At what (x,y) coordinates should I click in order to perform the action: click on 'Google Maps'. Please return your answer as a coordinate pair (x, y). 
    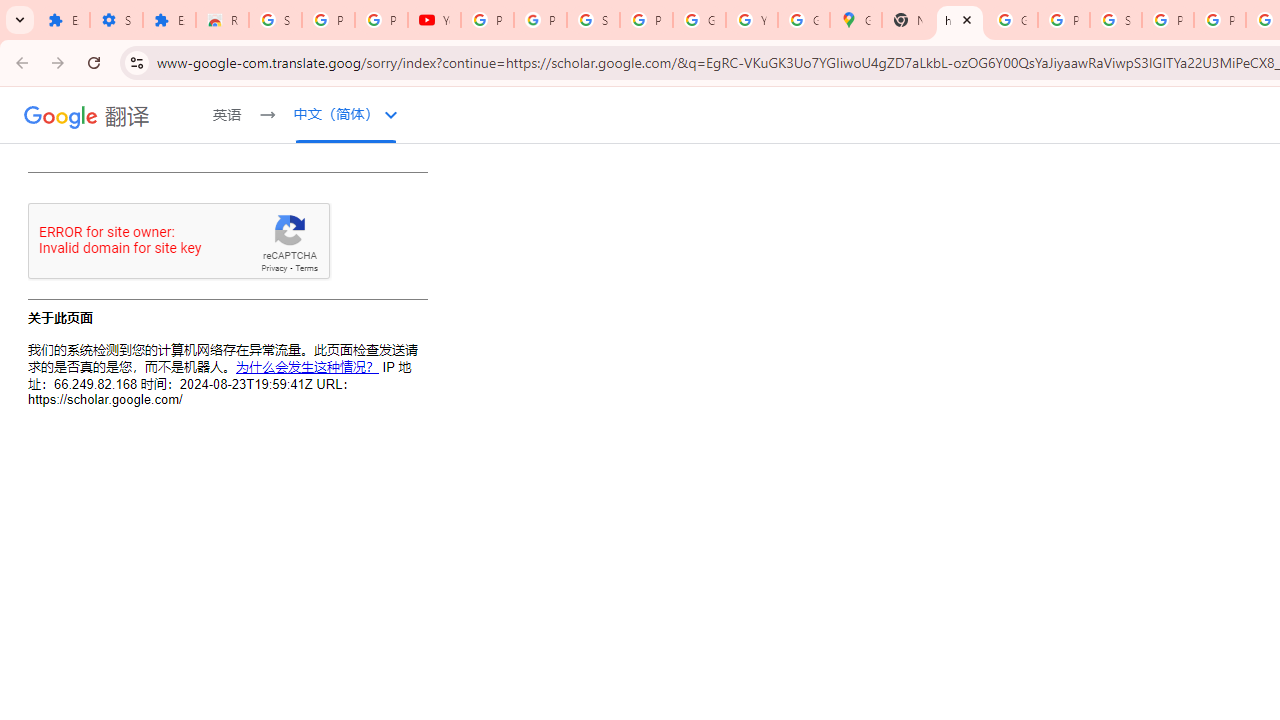
    Looking at the image, I should click on (855, 20).